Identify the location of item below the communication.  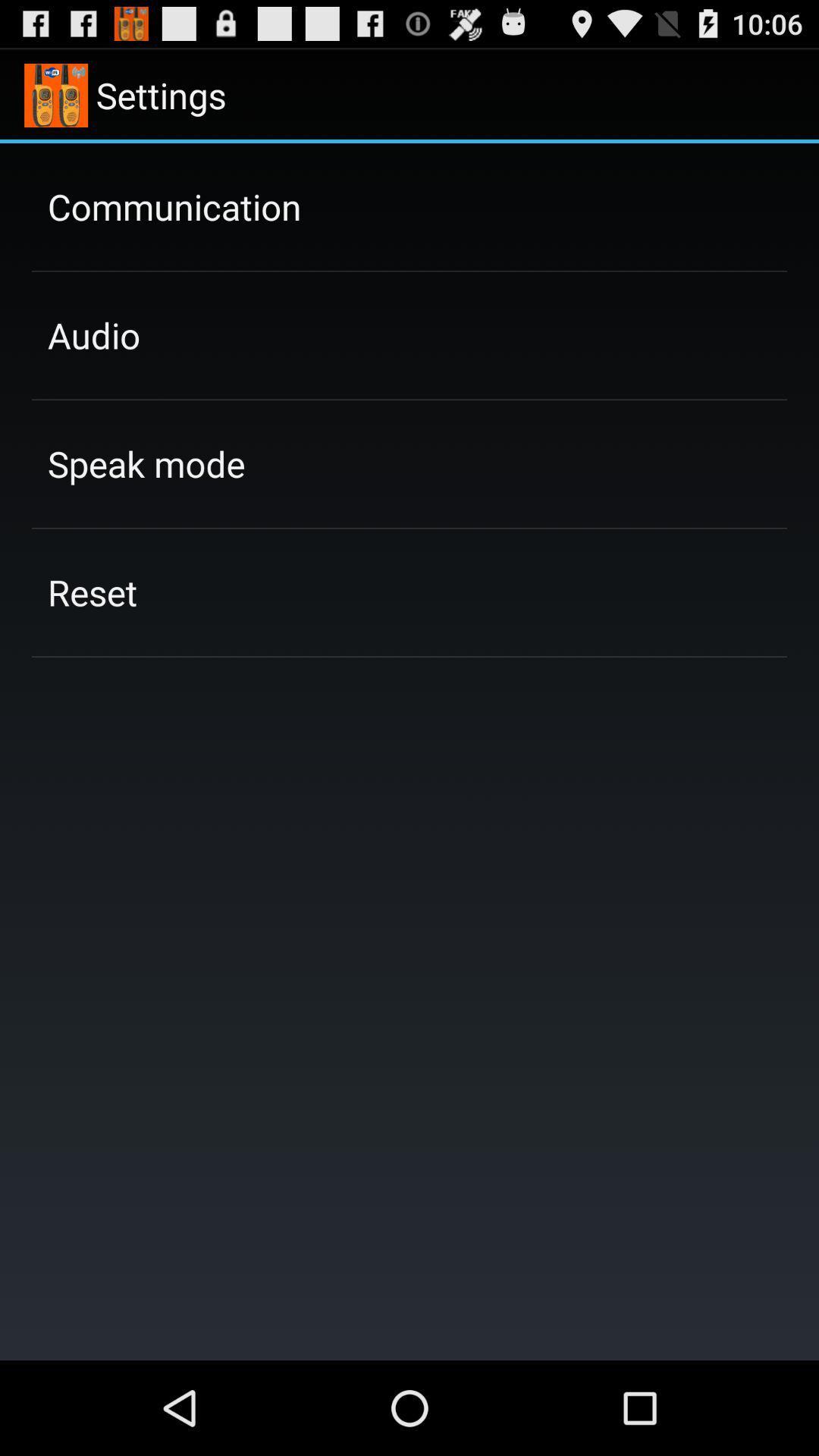
(94, 334).